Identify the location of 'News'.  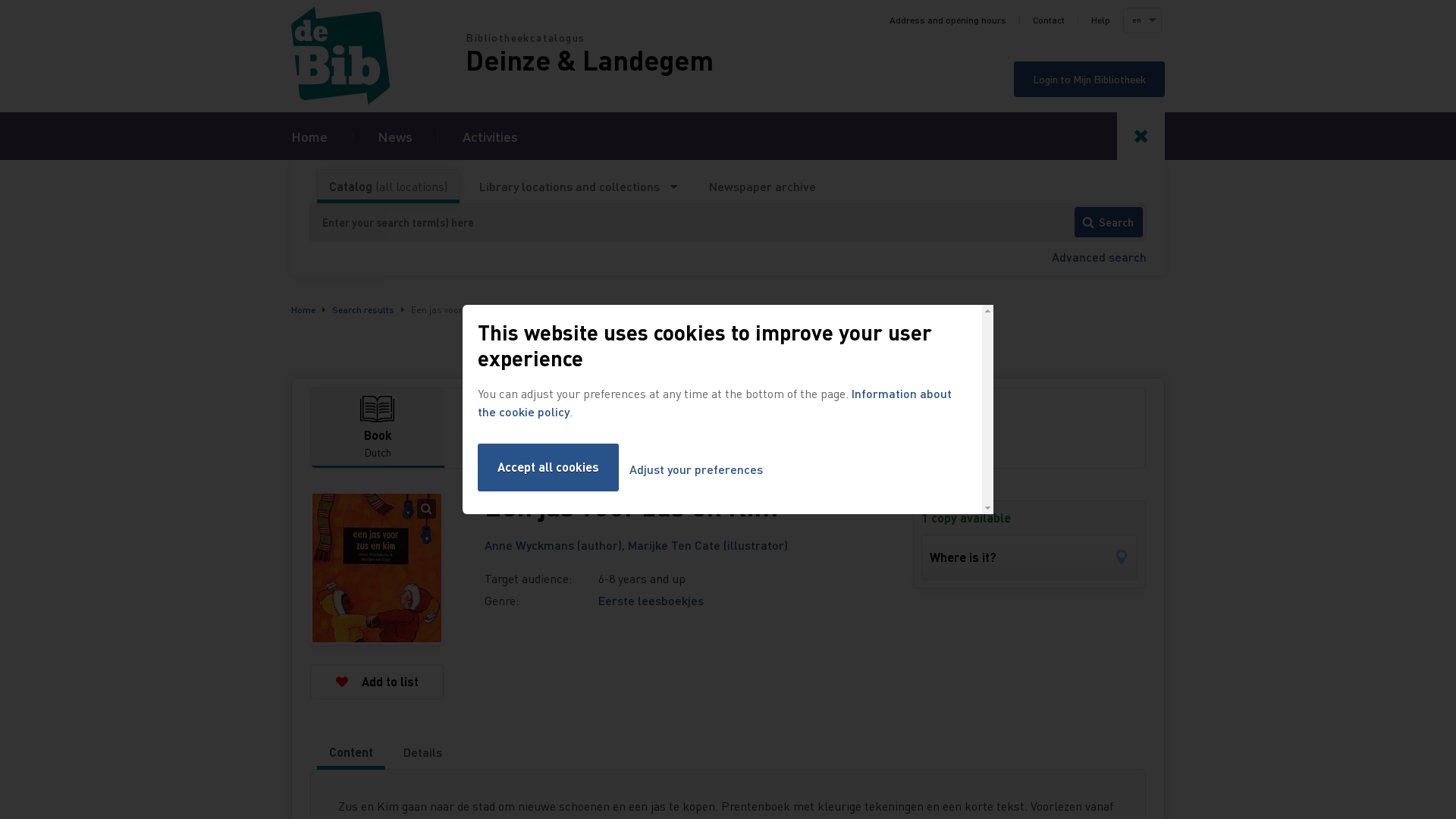
(395, 135).